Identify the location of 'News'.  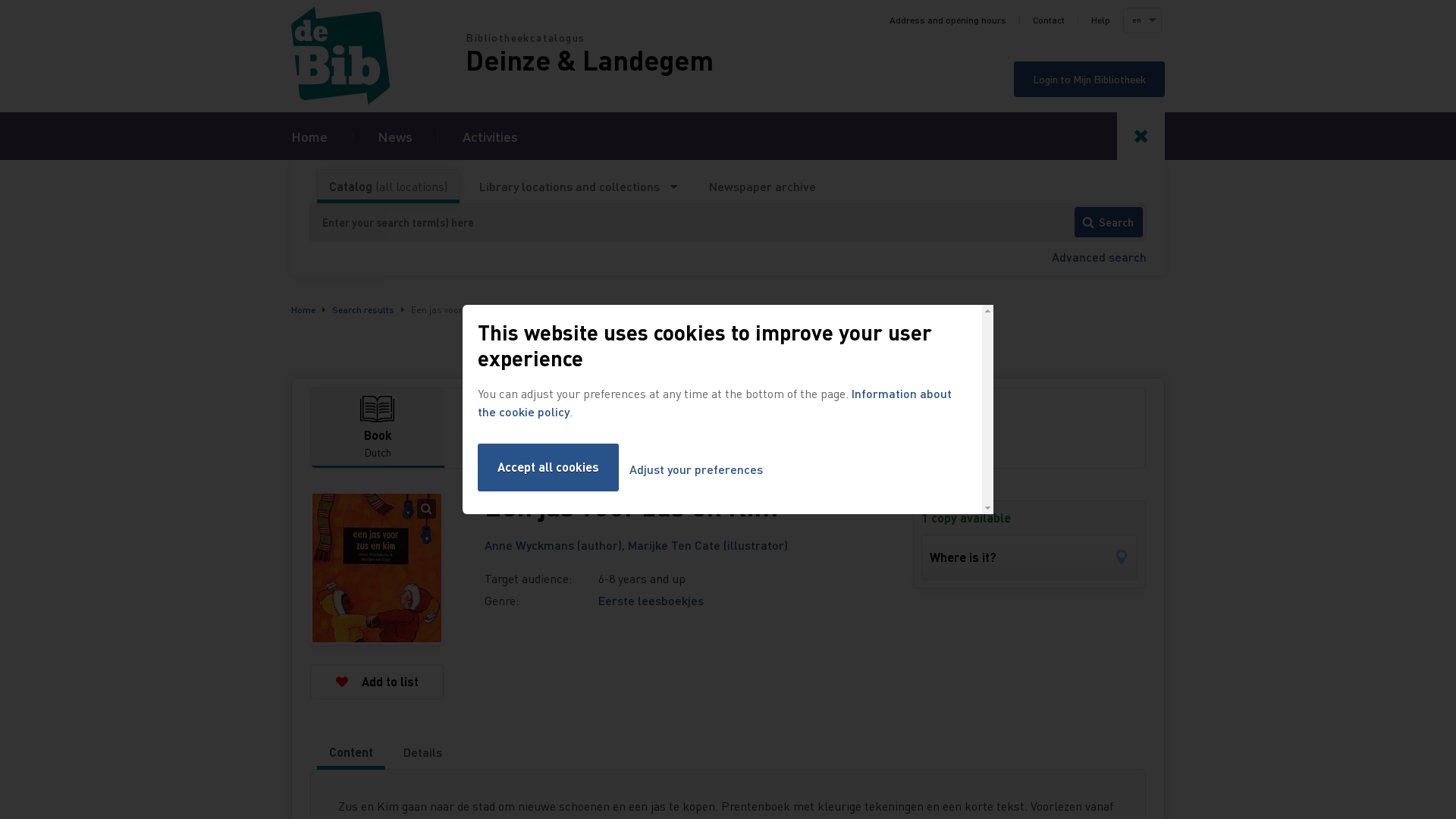
(395, 135).